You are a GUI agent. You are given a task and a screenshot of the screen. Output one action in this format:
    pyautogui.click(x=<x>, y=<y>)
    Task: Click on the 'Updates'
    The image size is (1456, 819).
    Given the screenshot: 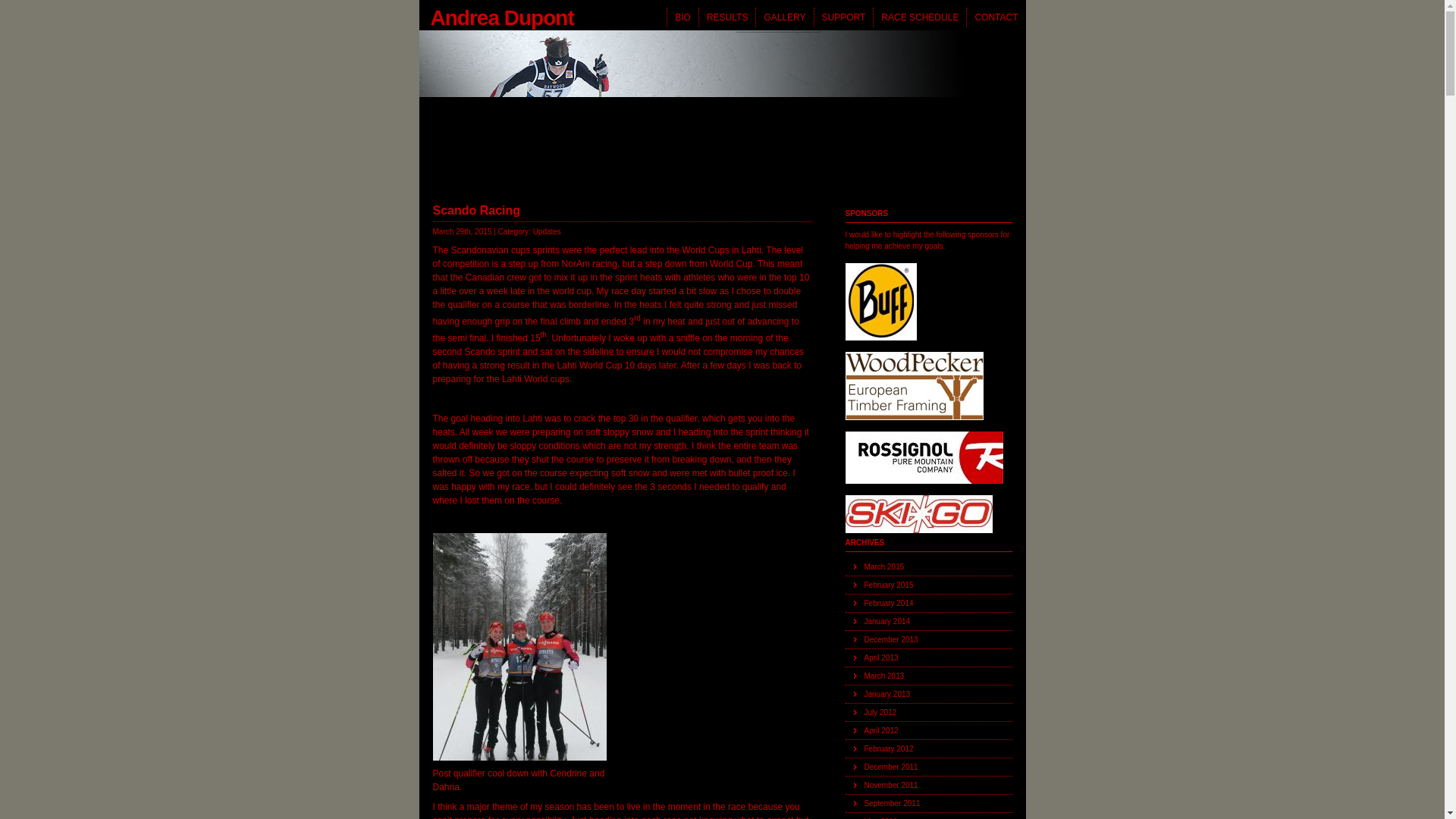 What is the action you would take?
    pyautogui.click(x=546, y=231)
    